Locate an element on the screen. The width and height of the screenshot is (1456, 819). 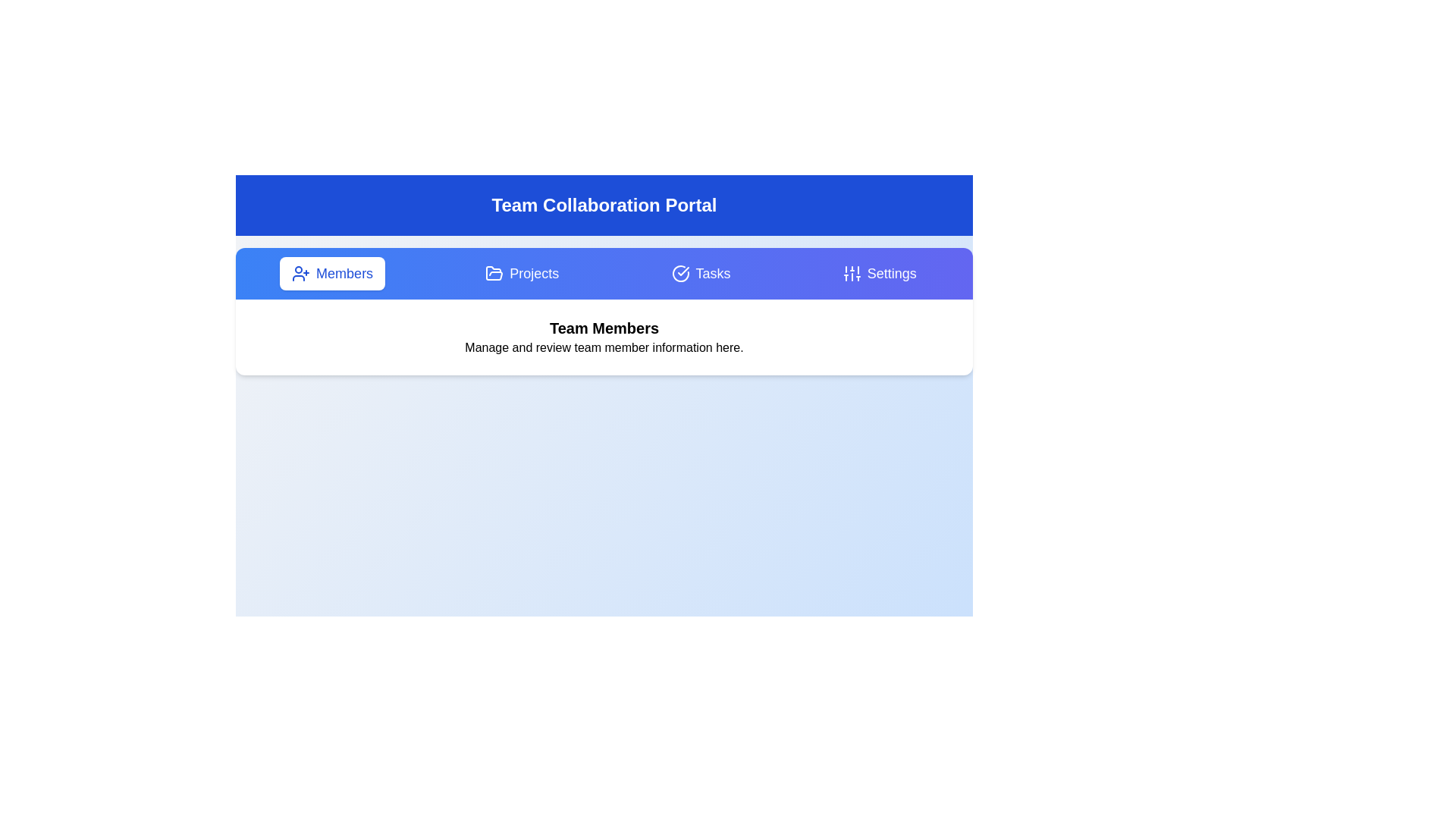
the 'Projects' icon located on the horizontal navigation bar at the top of the interface is located at coordinates (494, 271).